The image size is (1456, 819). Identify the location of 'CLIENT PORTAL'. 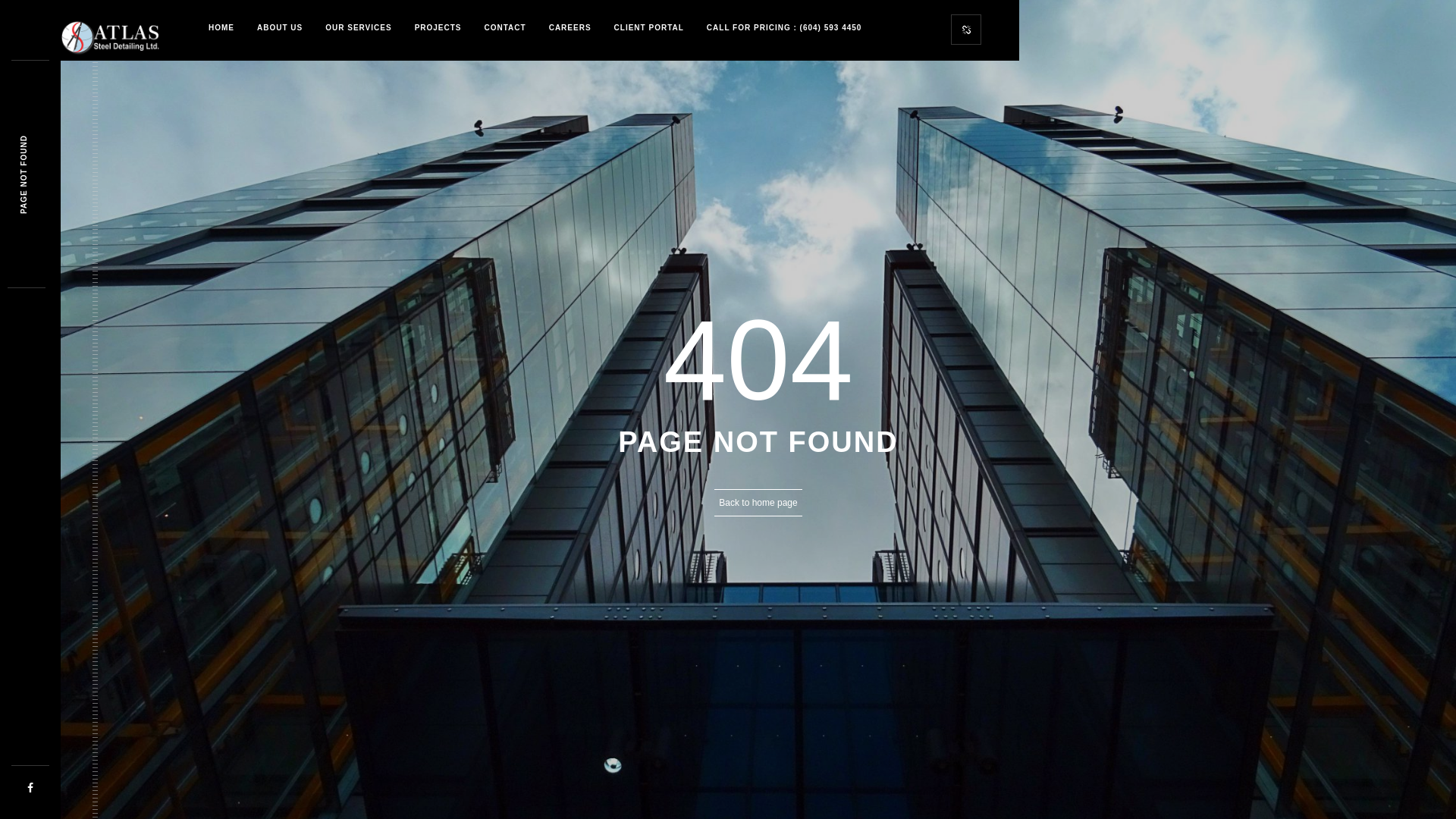
(602, 28).